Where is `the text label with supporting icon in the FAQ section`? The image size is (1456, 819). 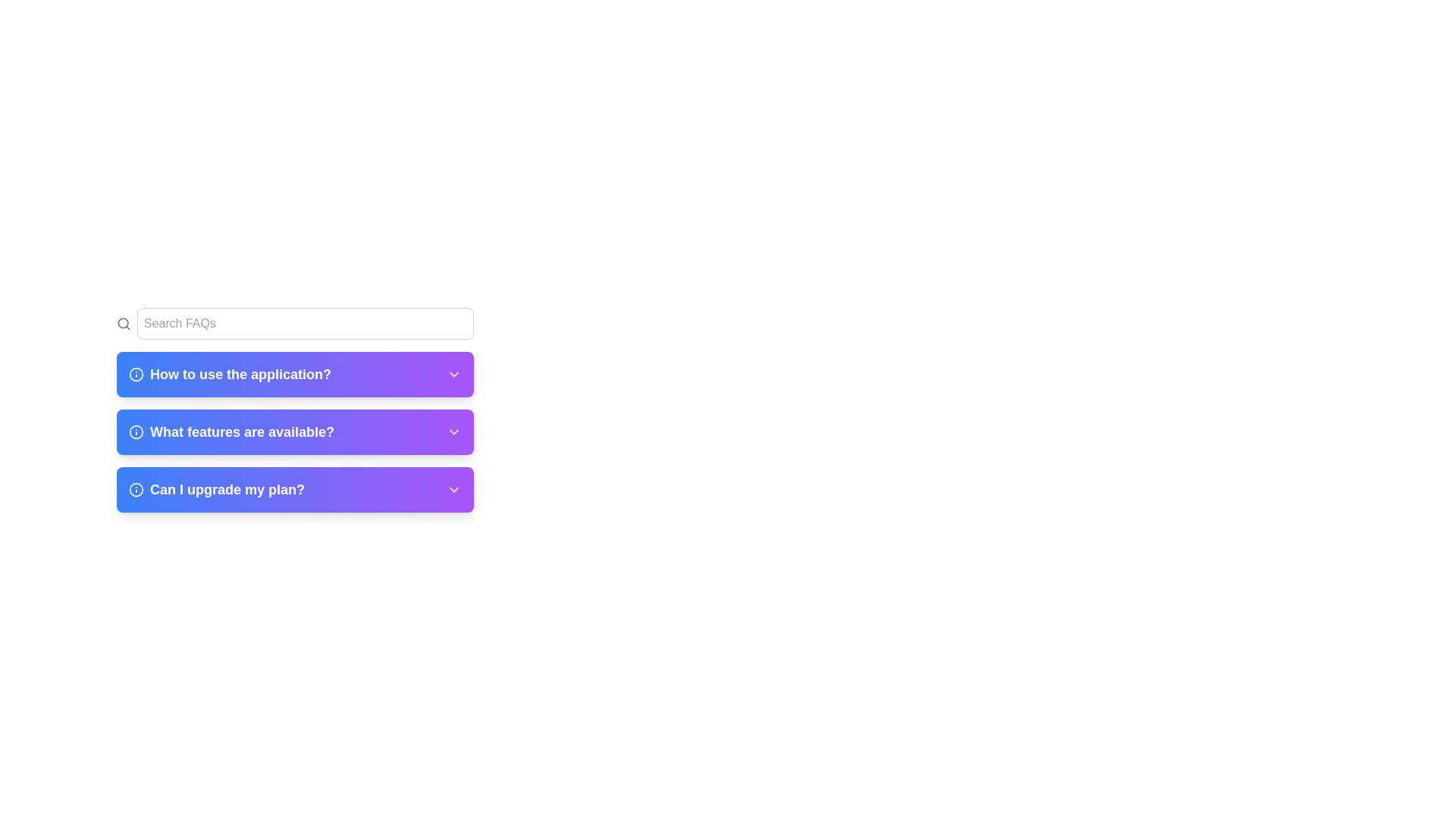
the text label with supporting icon in the FAQ section is located at coordinates (231, 432).